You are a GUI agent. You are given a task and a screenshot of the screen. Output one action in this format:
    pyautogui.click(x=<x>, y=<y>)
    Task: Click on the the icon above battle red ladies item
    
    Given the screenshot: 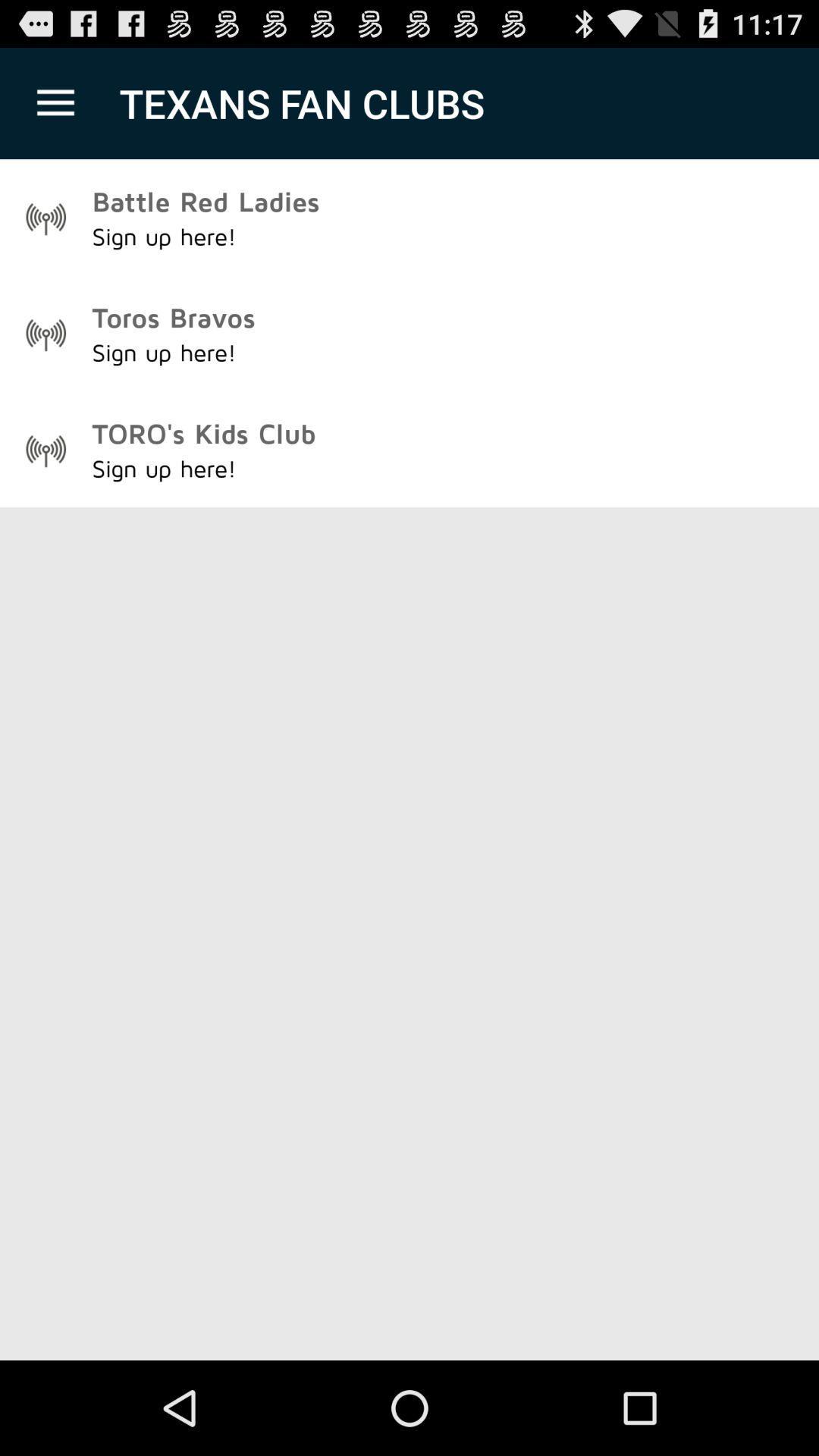 What is the action you would take?
    pyautogui.click(x=55, y=102)
    